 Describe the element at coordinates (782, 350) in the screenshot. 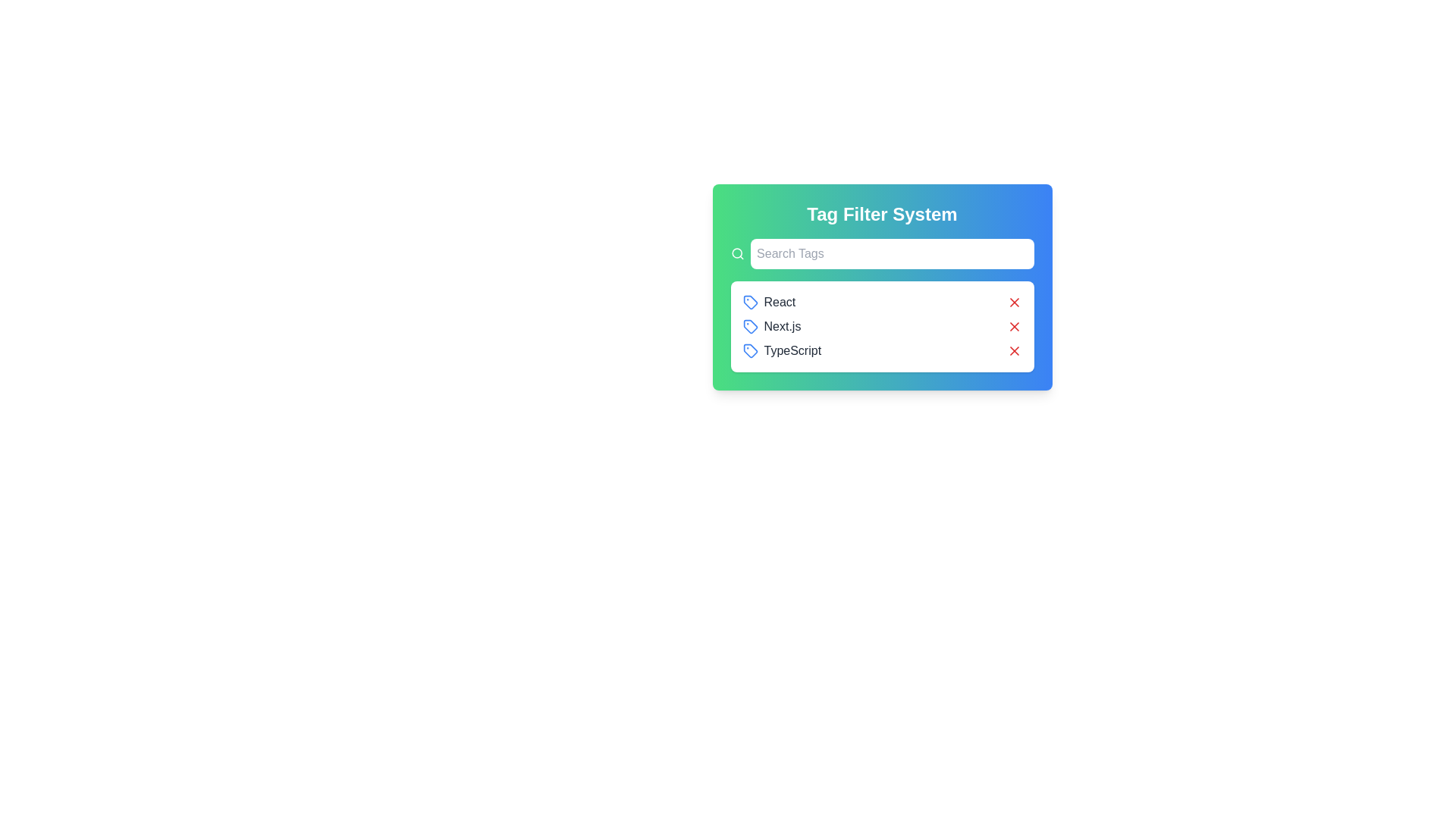

I see `the blue tag icon next to the 'TypeScript' text in the Tag display item, which is the third item in the Tag Filter System card` at that location.